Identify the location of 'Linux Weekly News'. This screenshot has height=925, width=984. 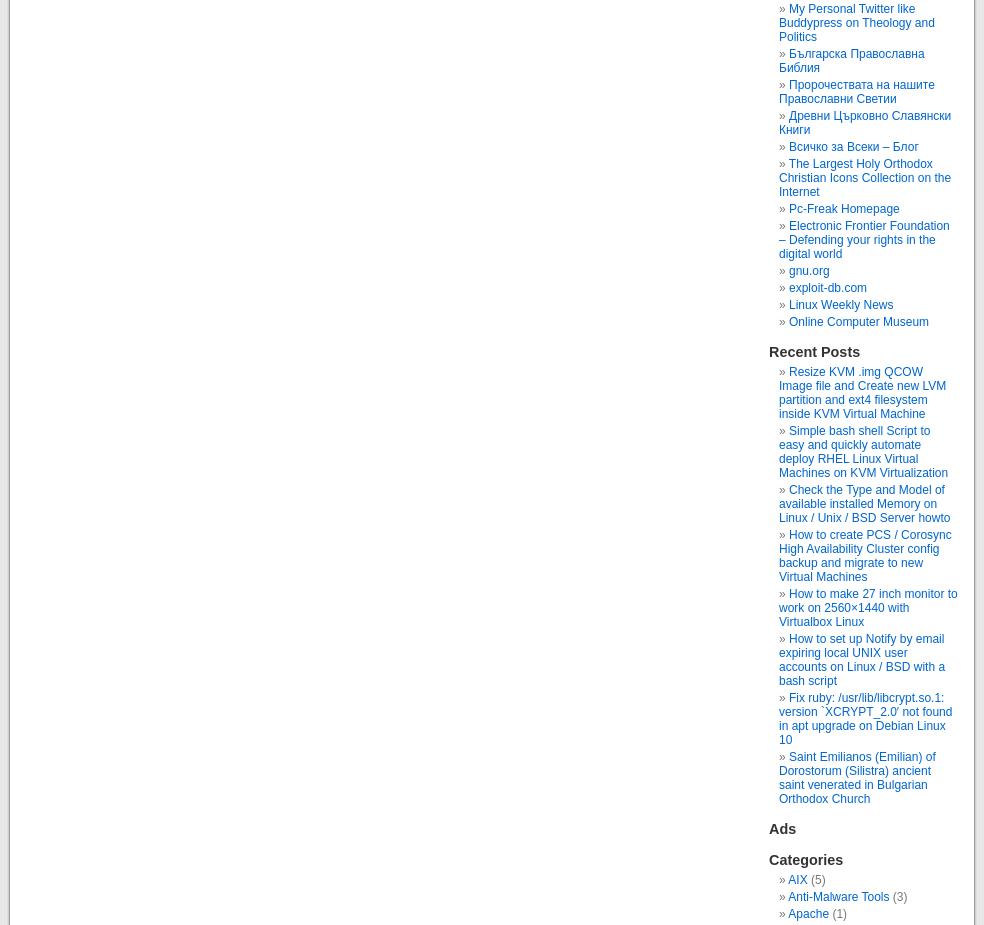
(840, 303).